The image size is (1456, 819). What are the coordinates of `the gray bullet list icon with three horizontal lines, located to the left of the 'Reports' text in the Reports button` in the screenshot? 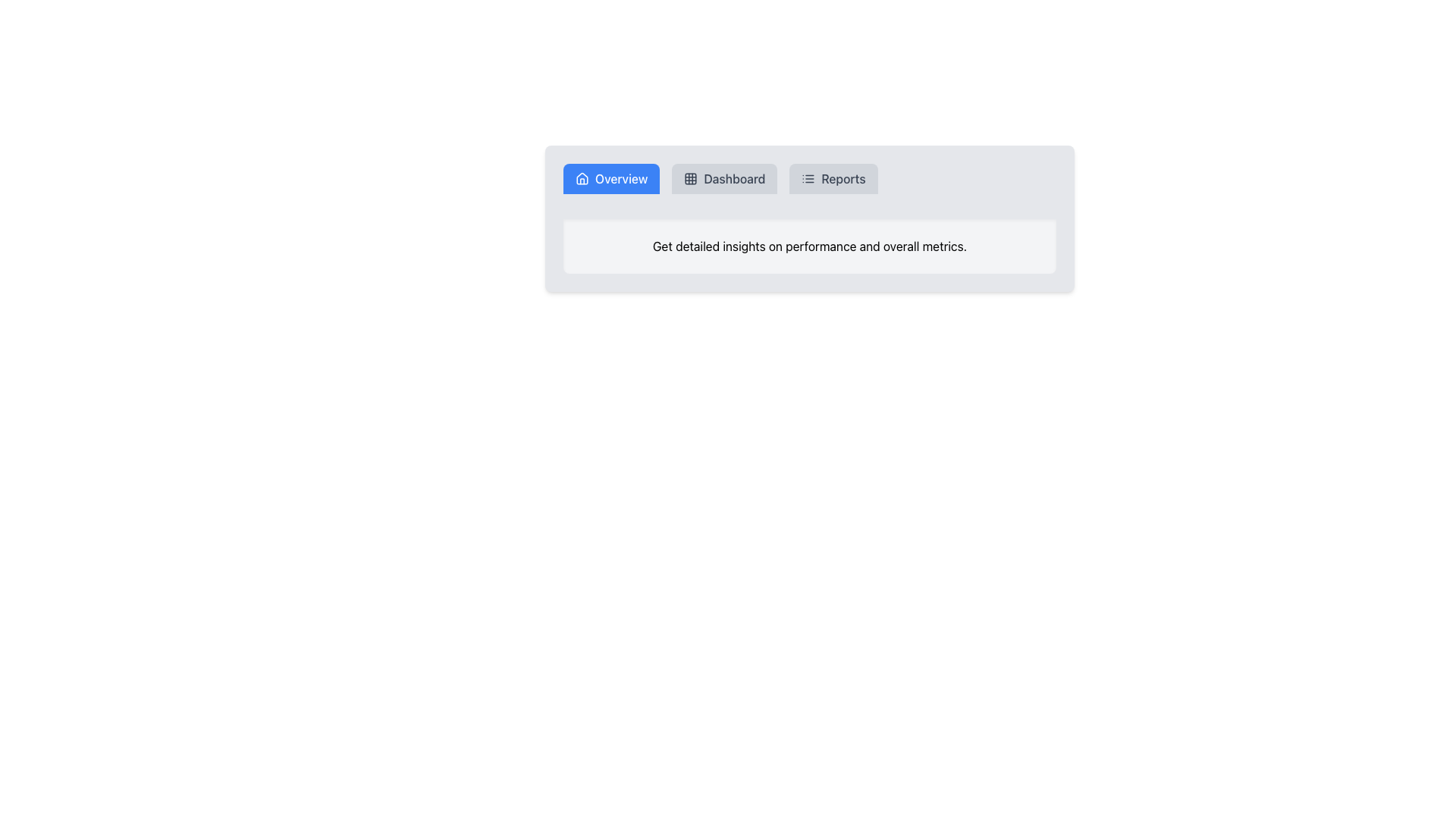 It's located at (808, 177).